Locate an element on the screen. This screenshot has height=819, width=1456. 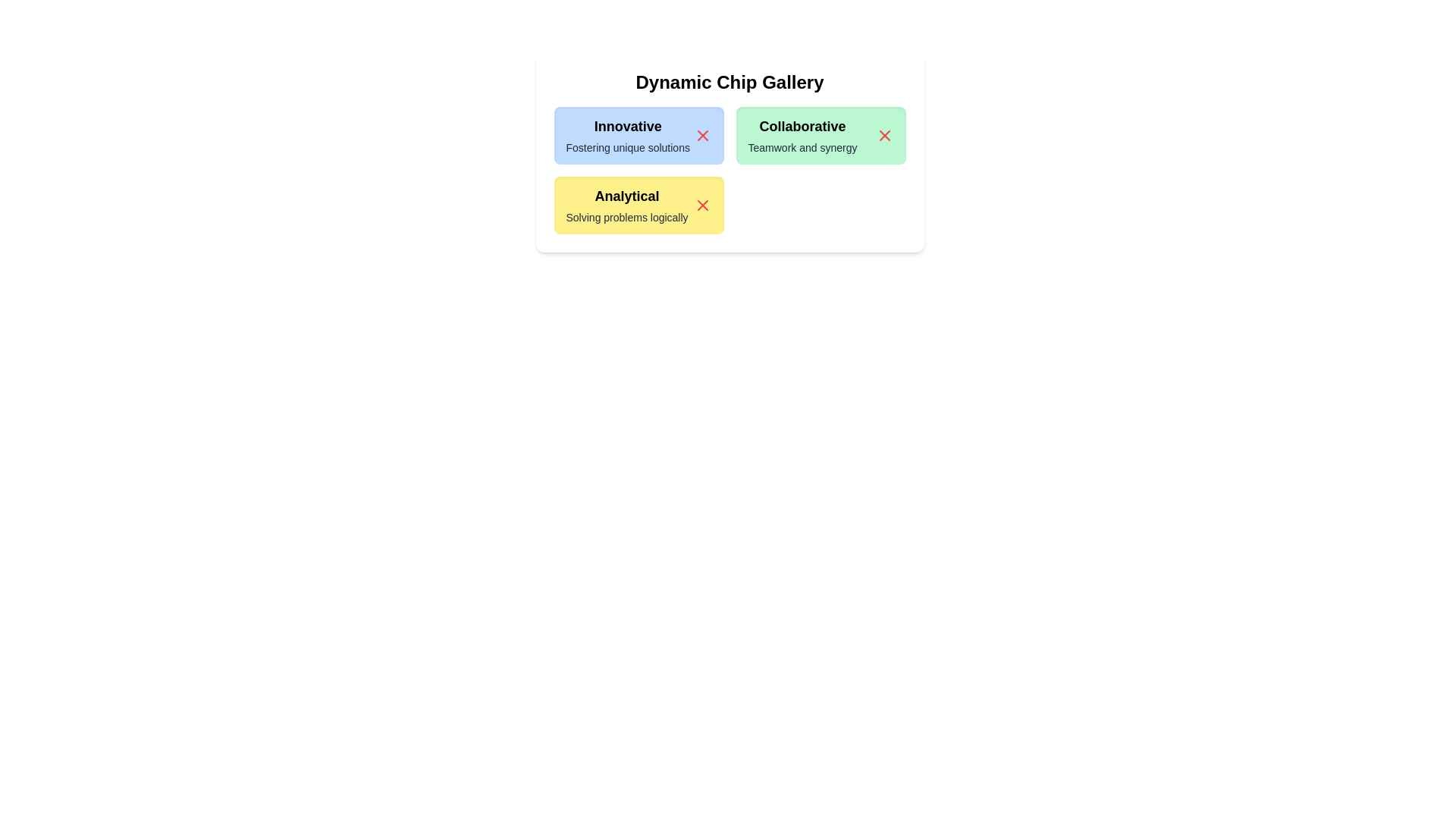
close button of the chip labeled Collaborative is located at coordinates (884, 134).